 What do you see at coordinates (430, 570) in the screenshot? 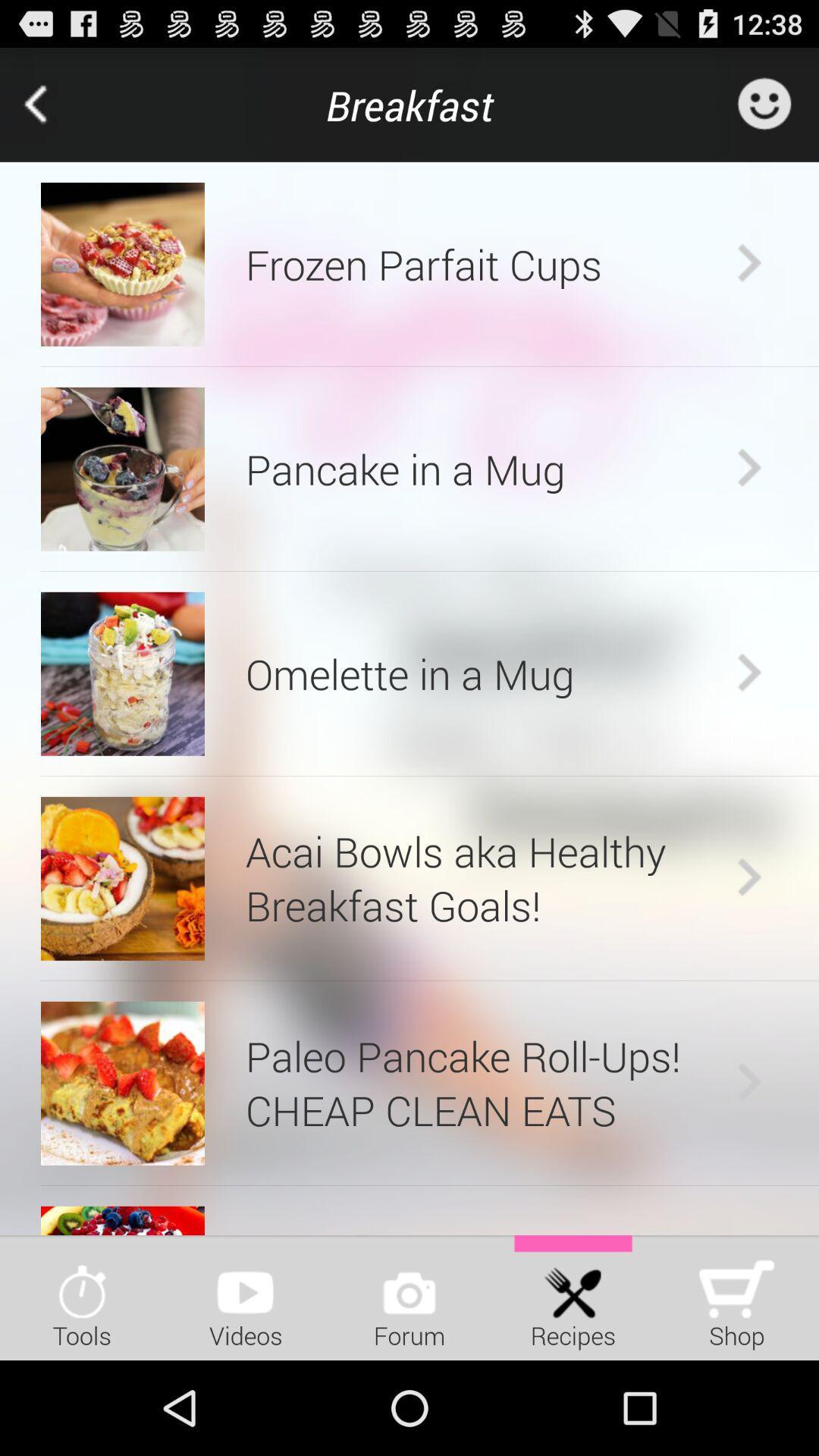
I see `the item above omelette in a` at bounding box center [430, 570].